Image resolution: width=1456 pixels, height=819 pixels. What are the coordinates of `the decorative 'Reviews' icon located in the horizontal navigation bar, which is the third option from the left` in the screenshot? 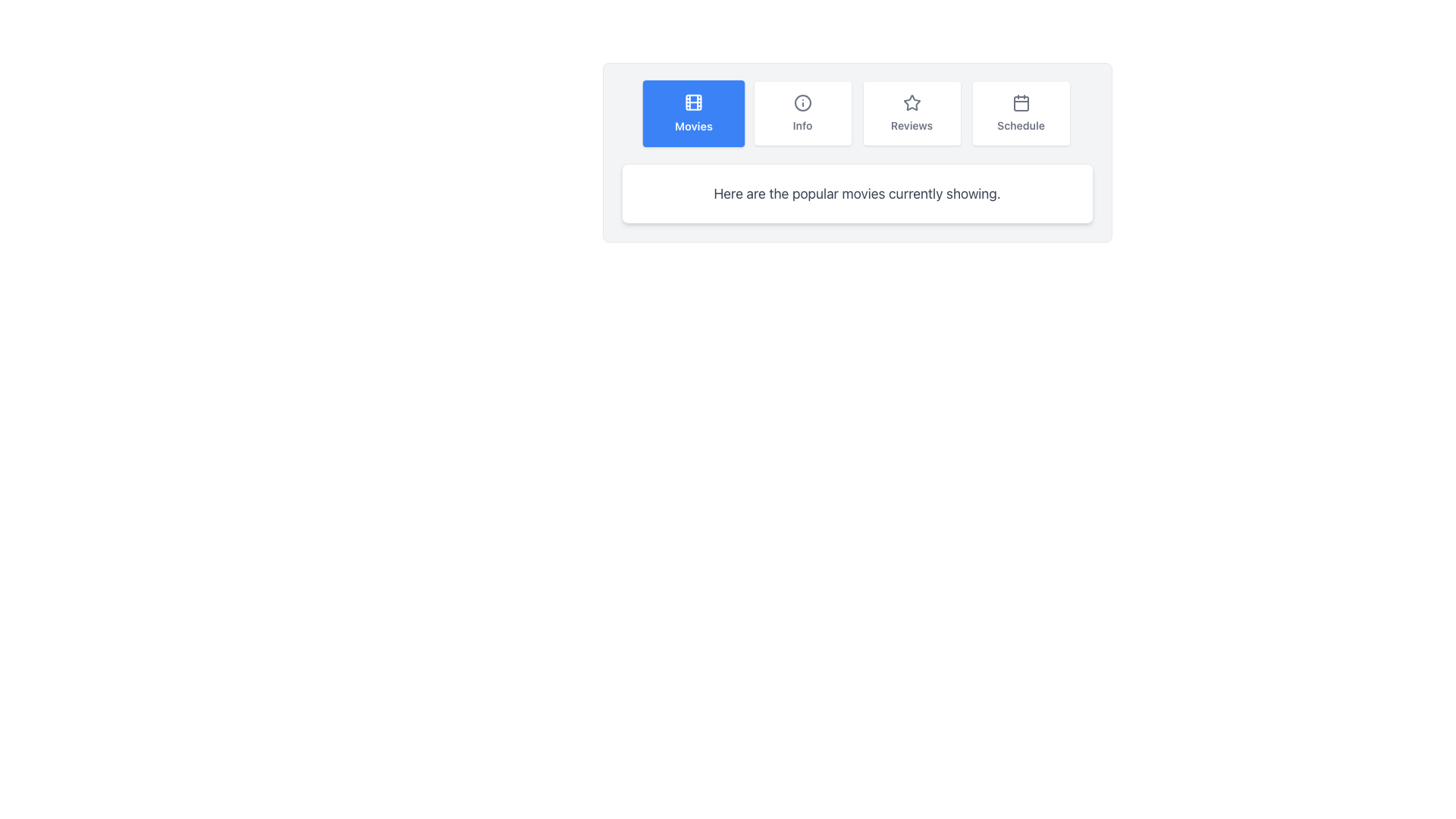 It's located at (911, 102).